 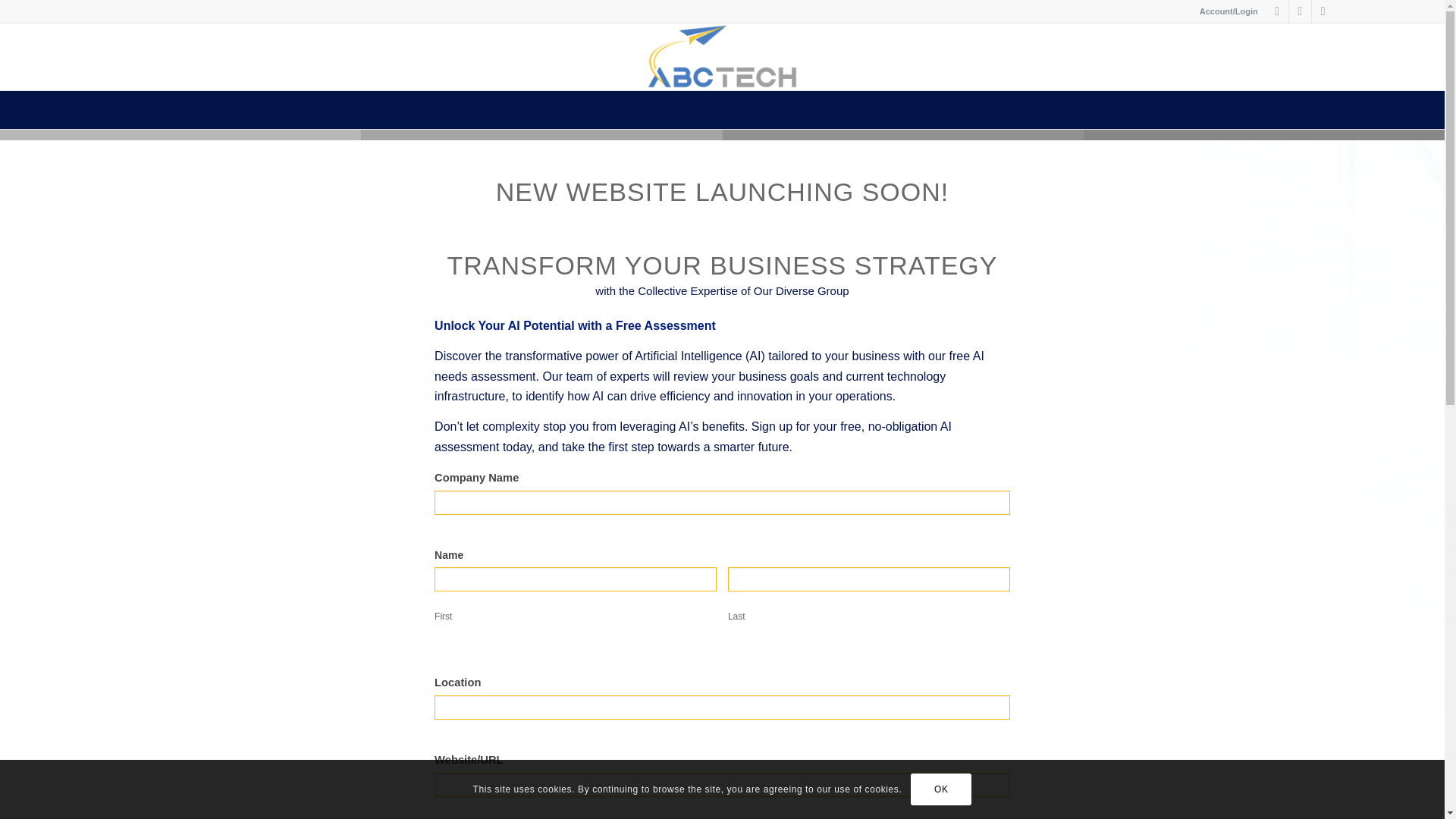 I want to click on 'Facebook', so click(x=1299, y=11).